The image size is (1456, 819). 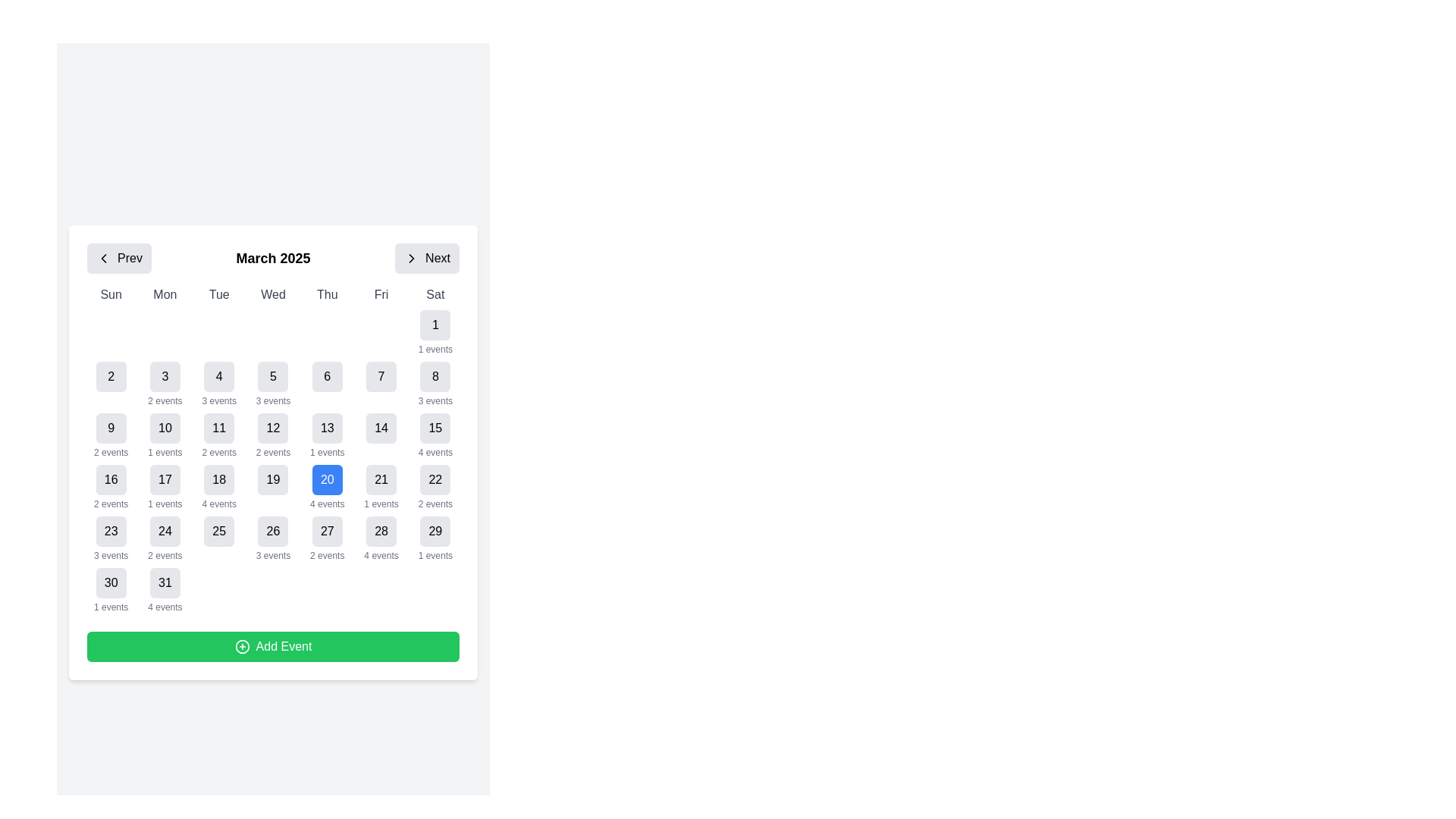 What do you see at coordinates (218, 383) in the screenshot?
I see `the calendar date cell located under the 'Tue' header, which is the third cell in the second row` at bounding box center [218, 383].